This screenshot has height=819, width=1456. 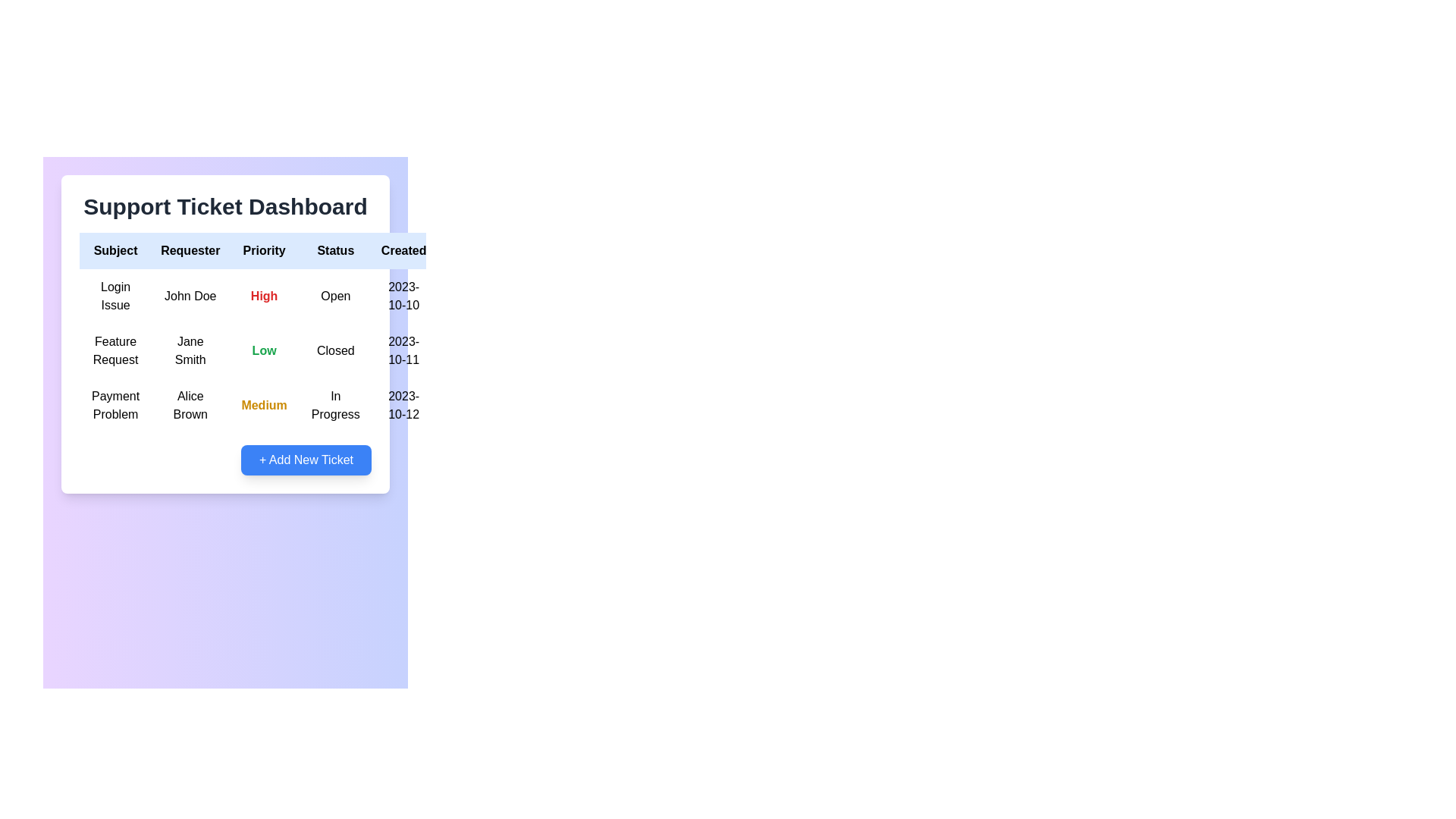 What do you see at coordinates (115, 350) in the screenshot?
I see `text content of the Text Label displaying the subject of a support ticket in the second row, first column of the table layout` at bounding box center [115, 350].